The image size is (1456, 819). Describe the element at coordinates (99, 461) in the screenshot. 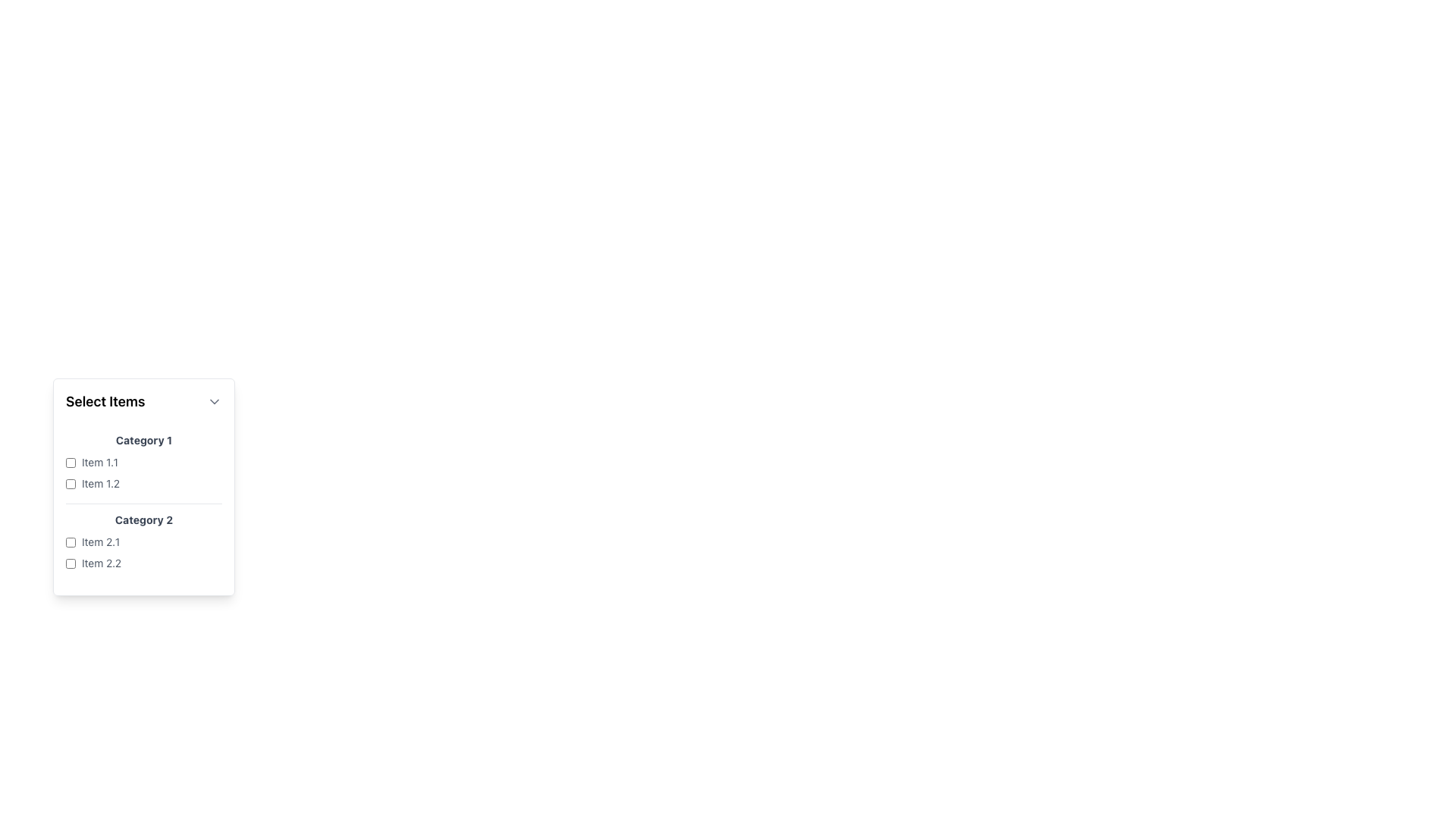

I see `the text label 'Item 1.1' which provides context for the adjacent checkbox in the 'Category 1' section` at that location.